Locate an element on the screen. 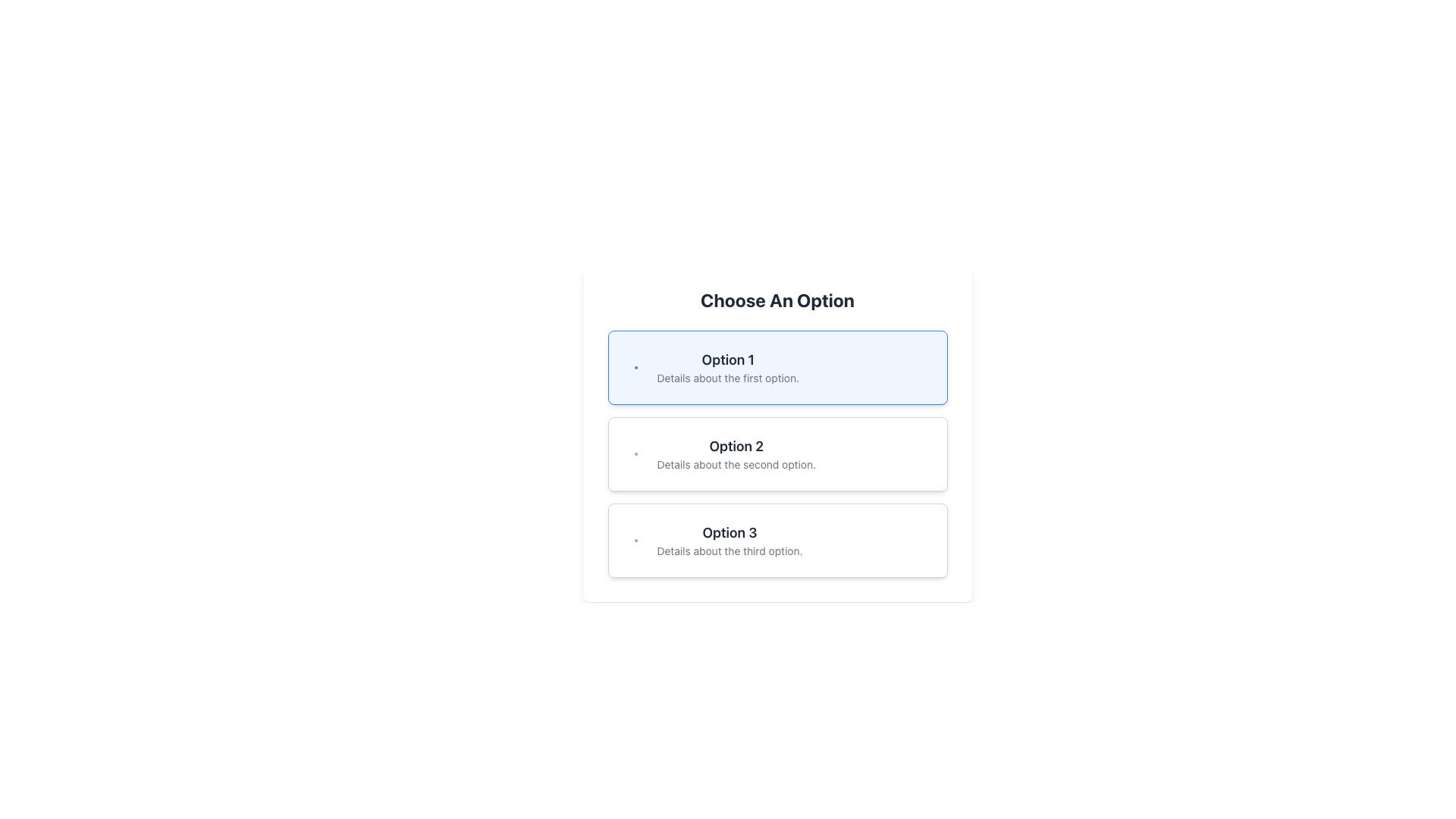  the 'Option 3' text label, which is part of a selectable card or panel displaying the text in bold and dark-gray color is located at coordinates (730, 532).